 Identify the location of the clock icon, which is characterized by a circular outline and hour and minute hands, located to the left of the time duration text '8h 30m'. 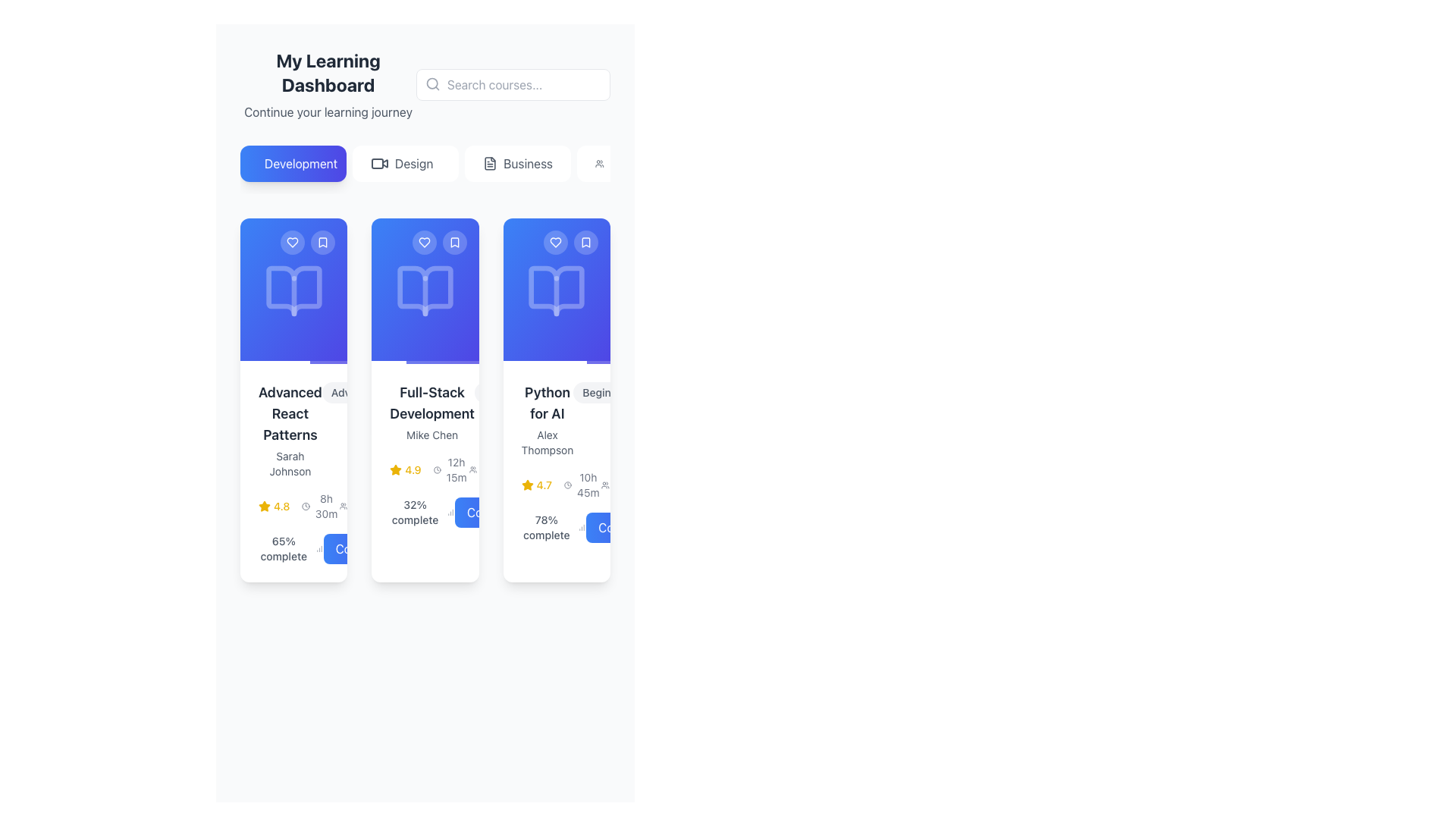
(305, 506).